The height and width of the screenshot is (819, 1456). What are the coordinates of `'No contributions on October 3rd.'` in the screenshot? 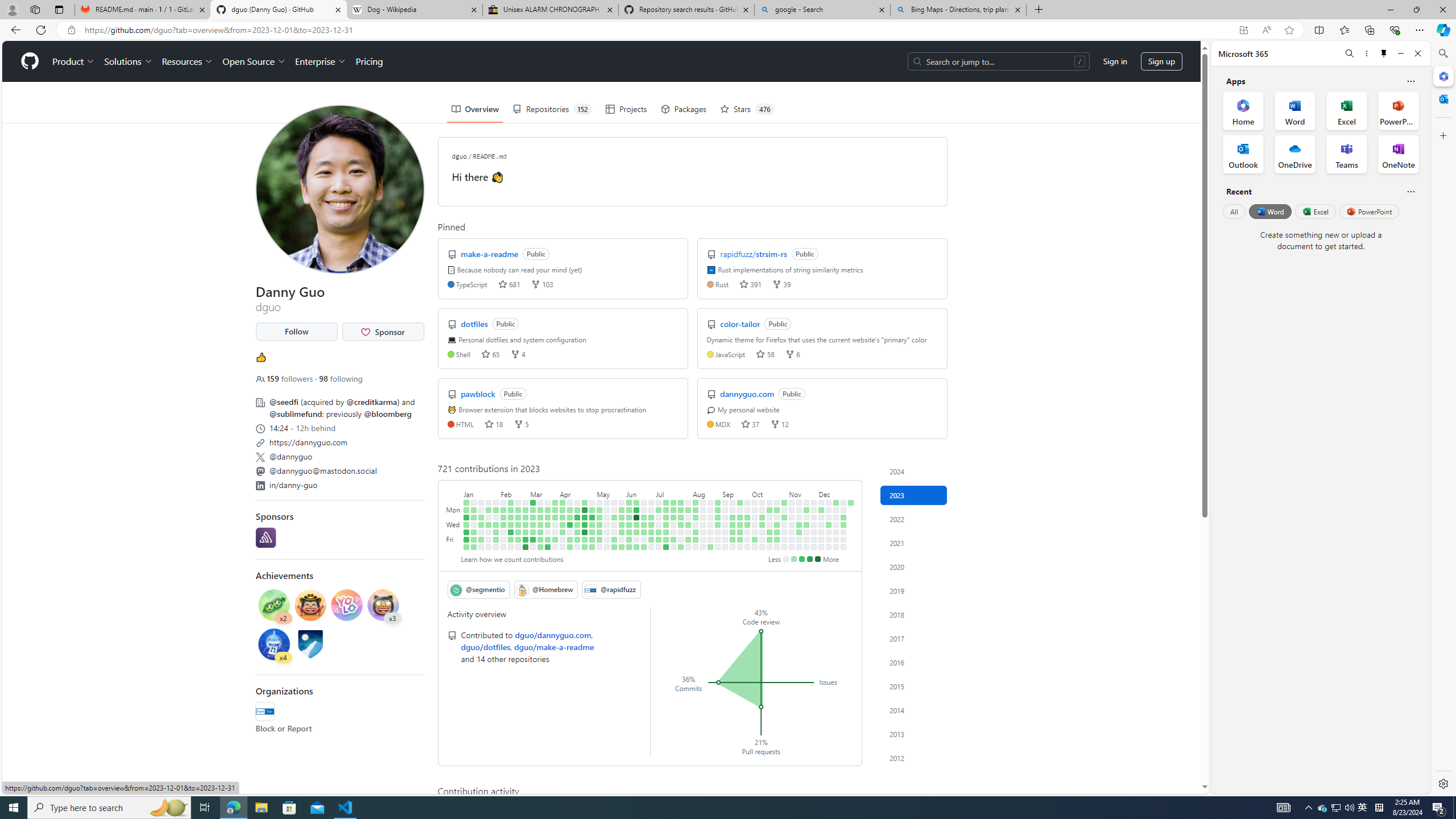 It's located at (754, 516).